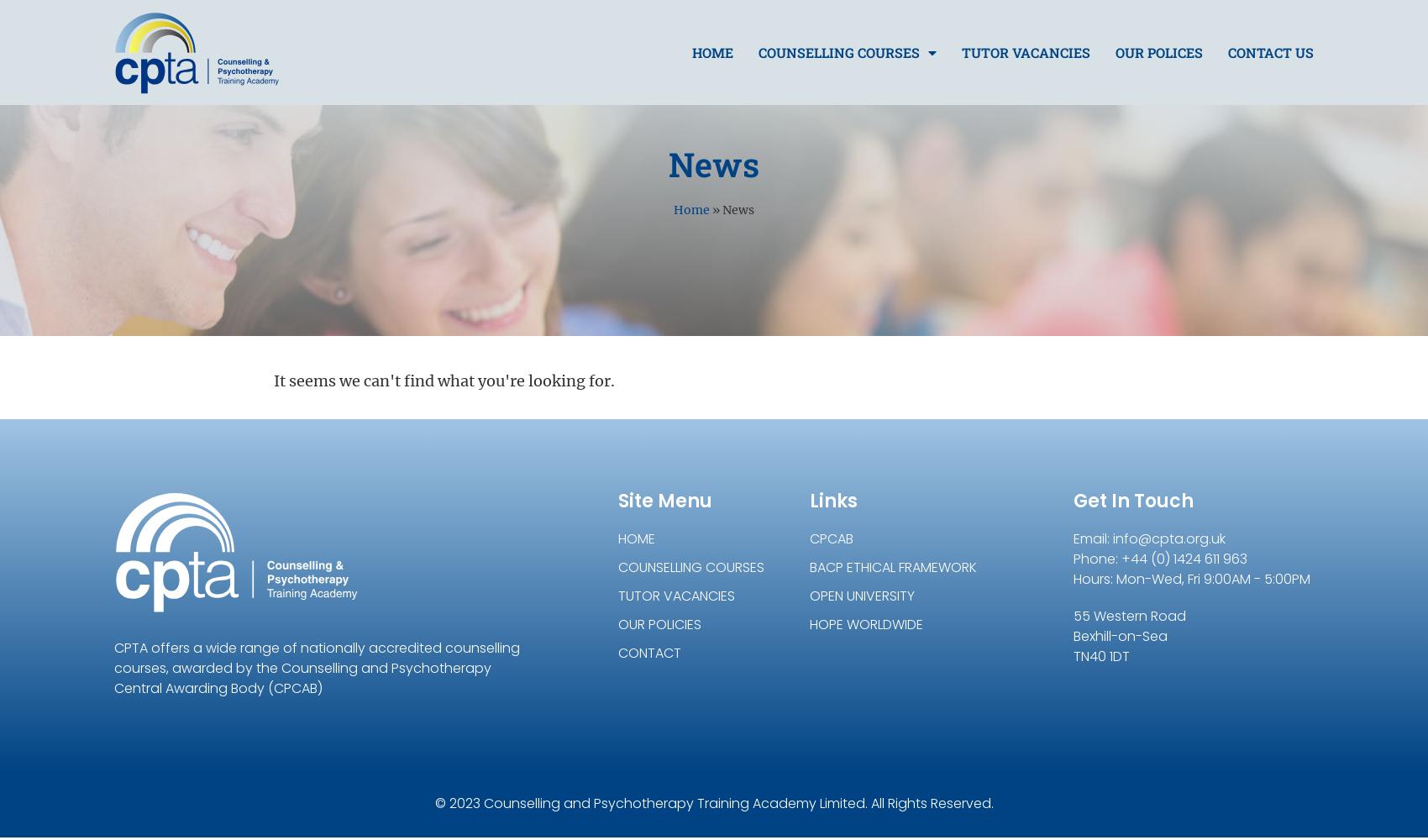 This screenshot has height=840, width=1428. What do you see at coordinates (712, 802) in the screenshot?
I see `'© 2023 Counselling and Psychotherapy Training Academy Limited. All Rights Reserved.'` at bounding box center [712, 802].